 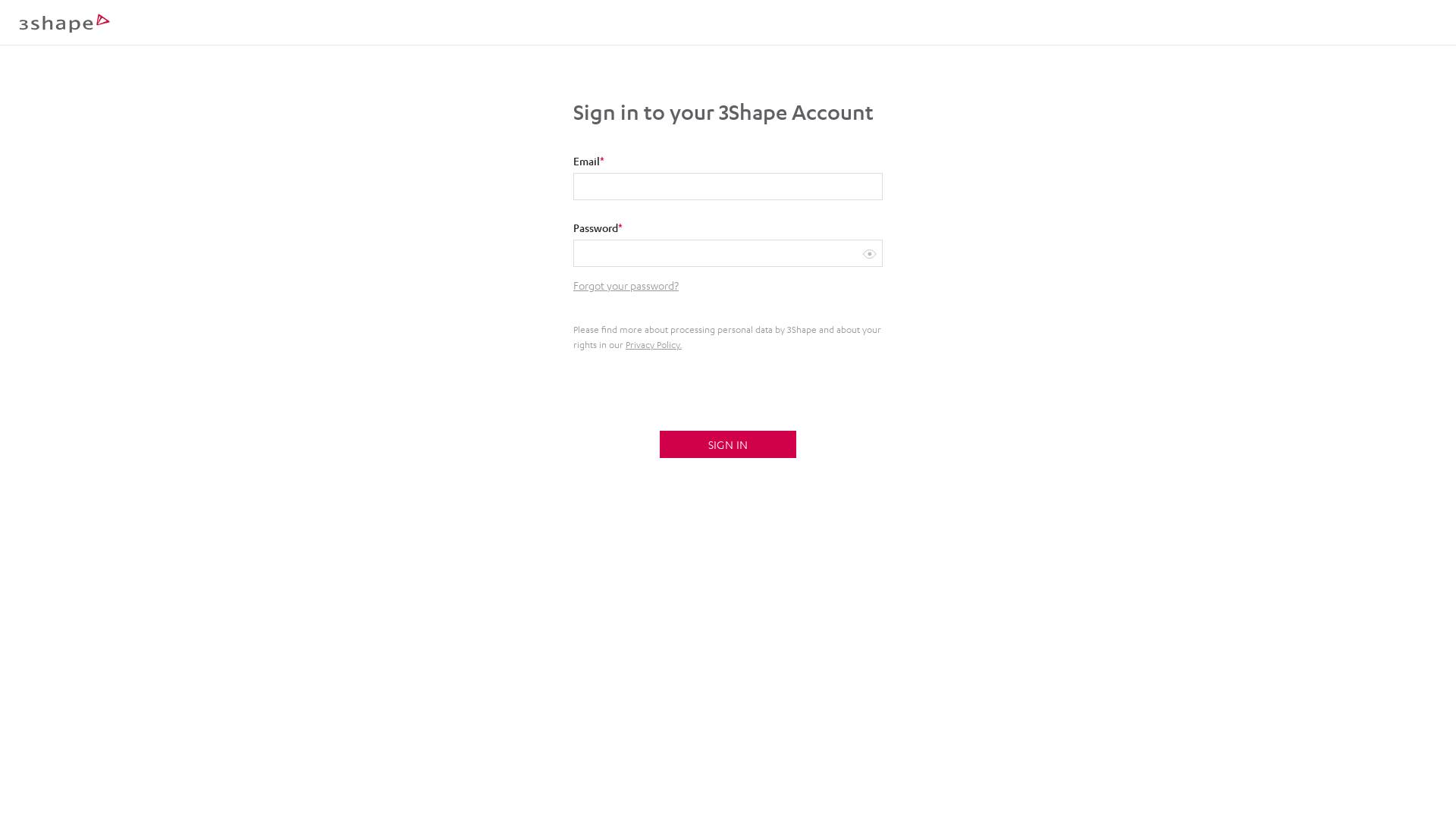 What do you see at coordinates (572, 284) in the screenshot?
I see `'Forgot your password?'` at bounding box center [572, 284].